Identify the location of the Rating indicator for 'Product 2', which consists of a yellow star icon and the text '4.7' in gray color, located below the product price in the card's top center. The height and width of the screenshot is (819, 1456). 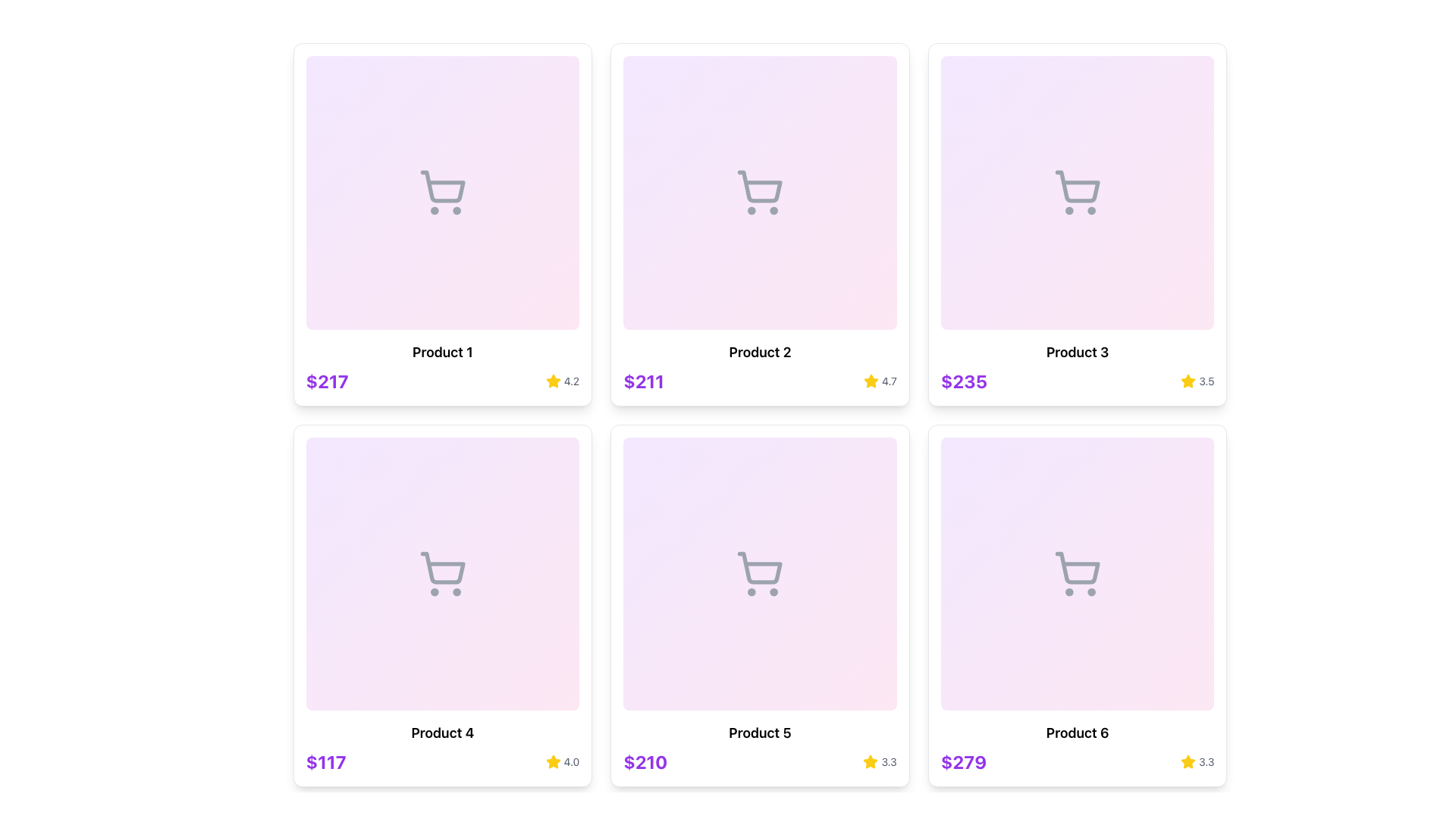
(880, 380).